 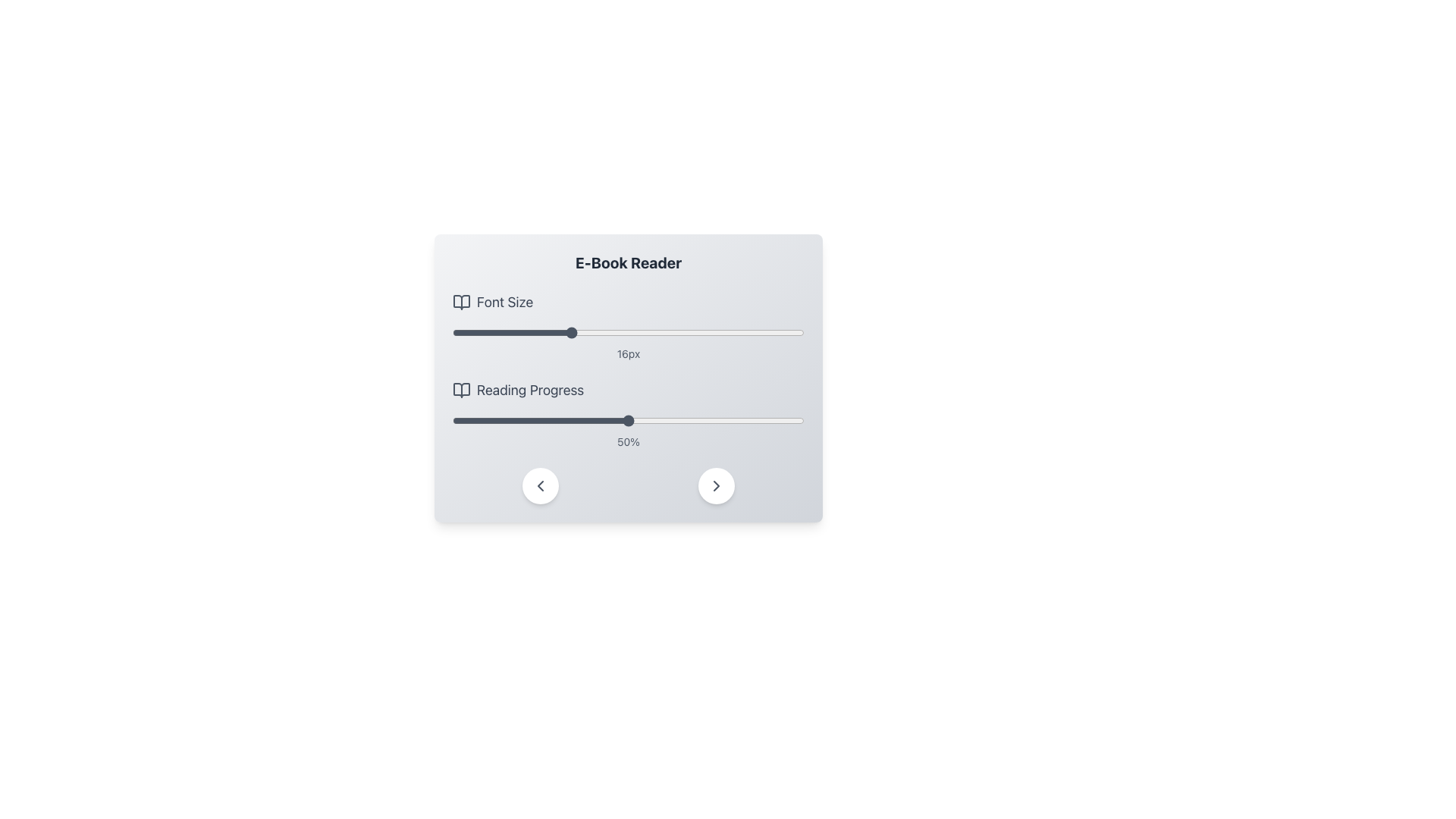 What do you see at coordinates (455, 421) in the screenshot?
I see `the reading progress` at bounding box center [455, 421].